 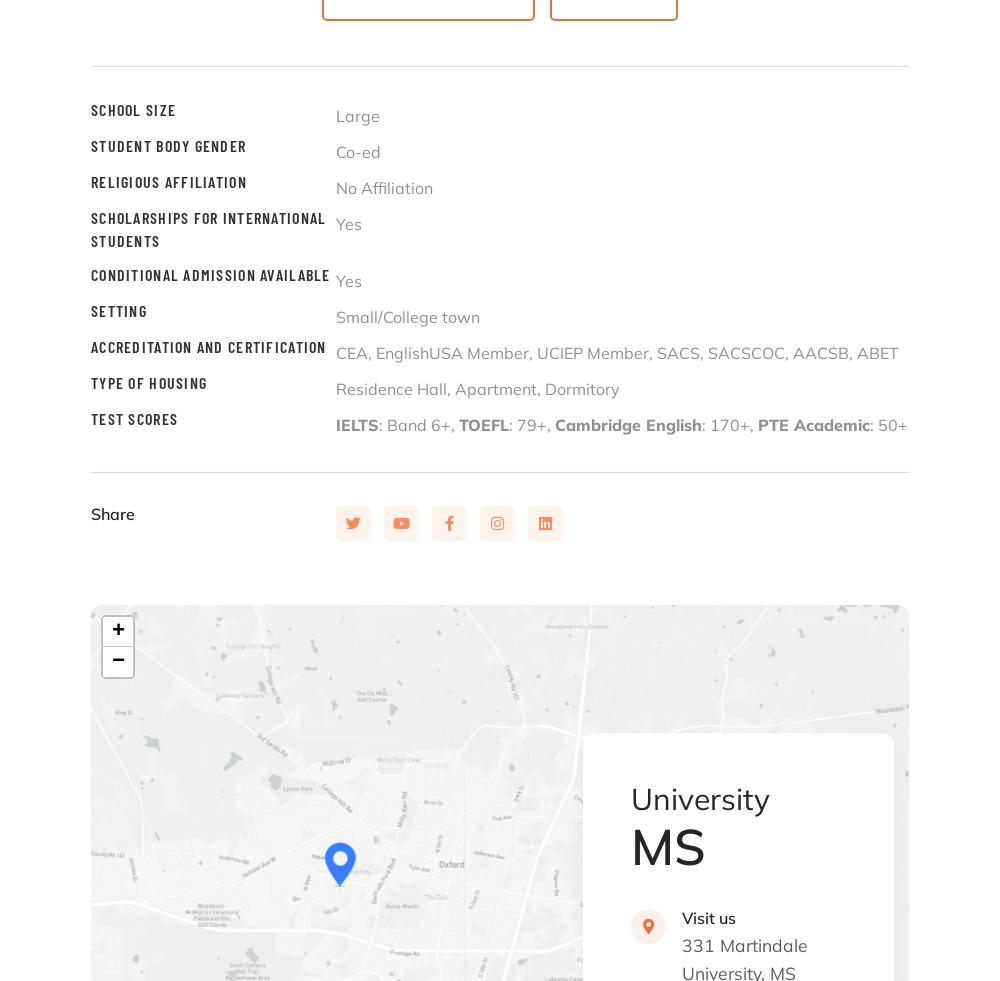 I want to click on ': 79+,', so click(x=532, y=423).